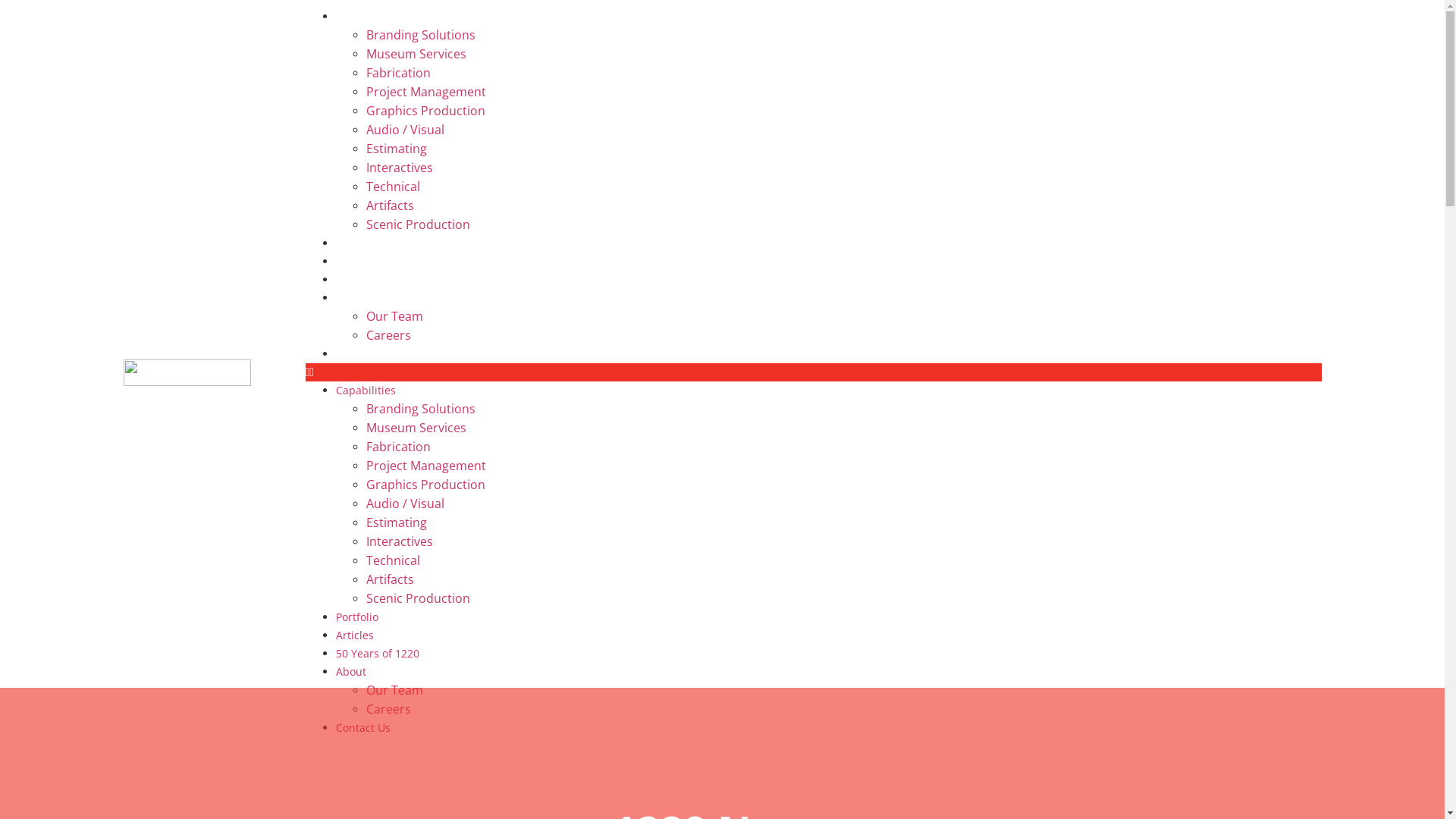 The height and width of the screenshot is (819, 1456). Describe the element at coordinates (389, 205) in the screenshot. I see `'Artifacts'` at that location.